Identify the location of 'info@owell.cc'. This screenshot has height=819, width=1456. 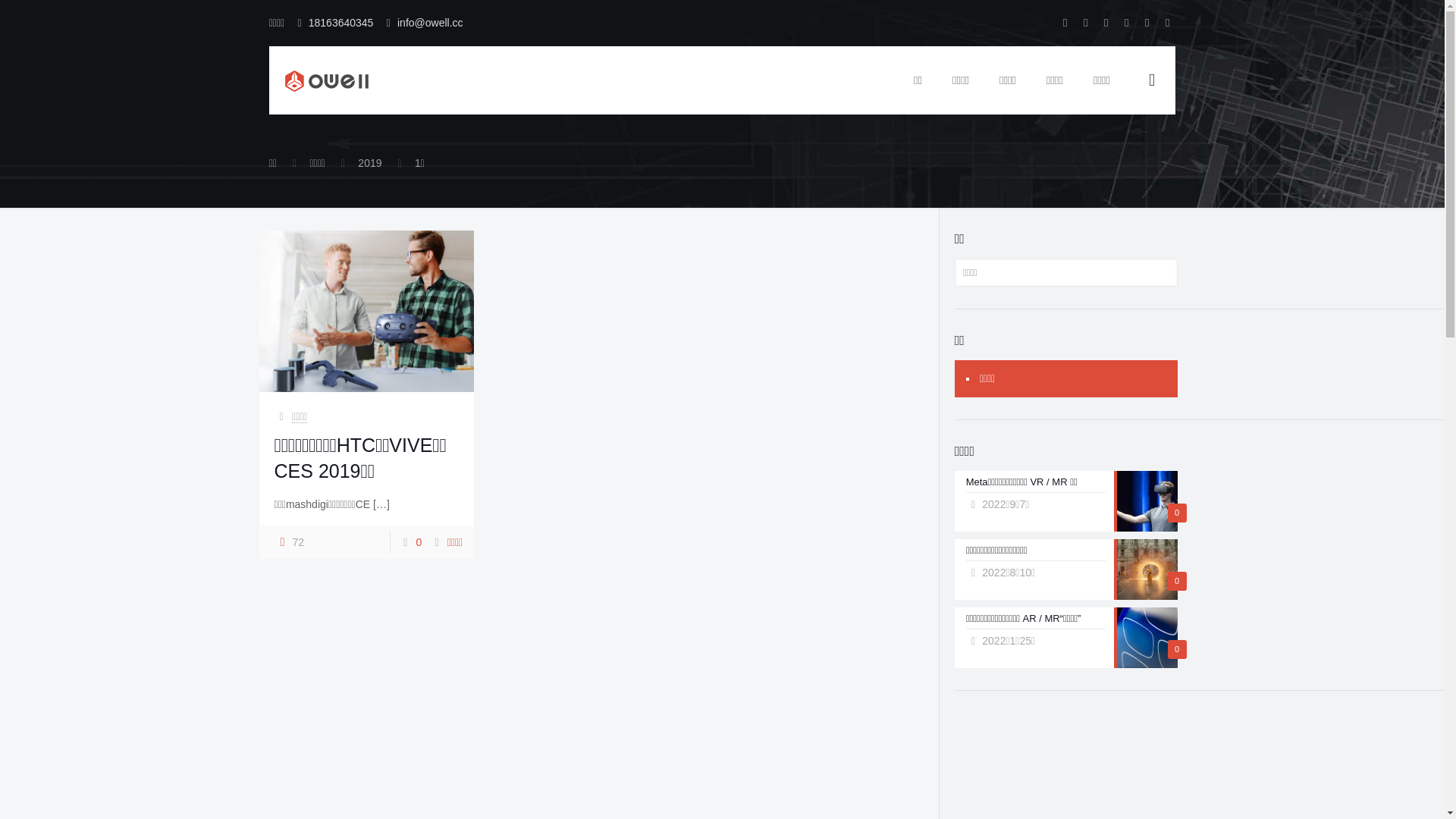
(397, 23).